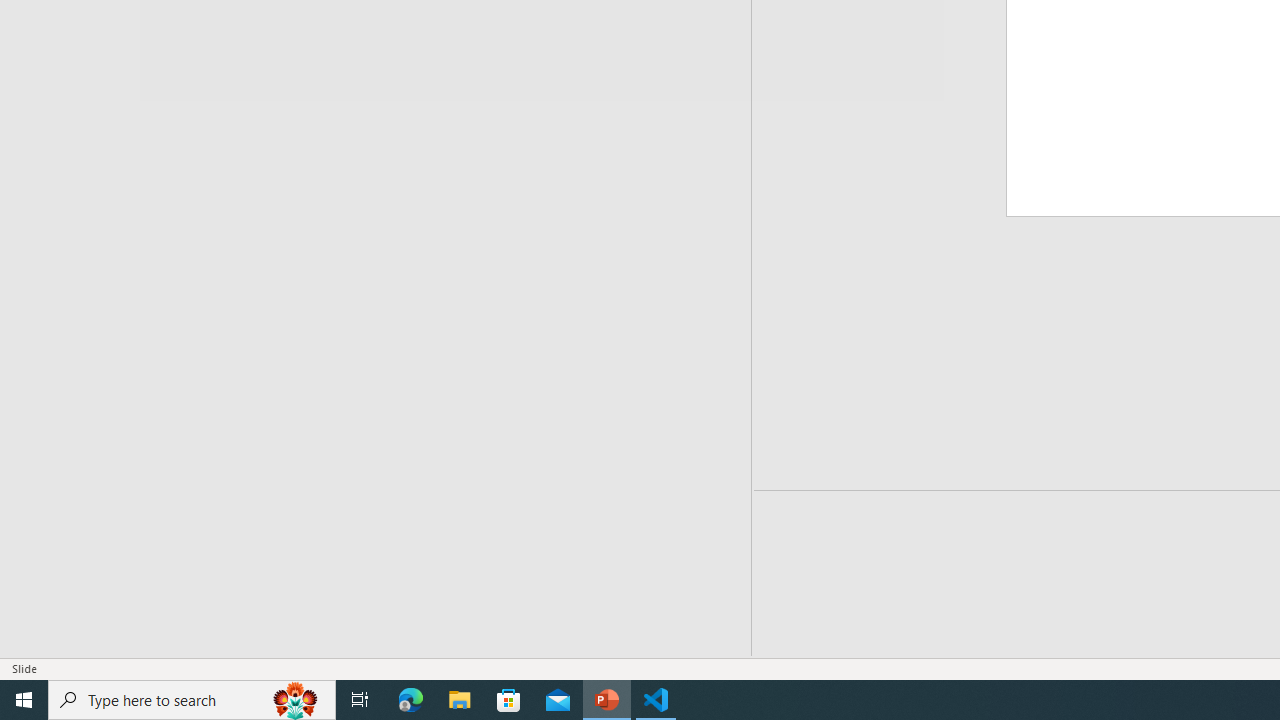 Image resolution: width=1280 pixels, height=720 pixels. I want to click on 'PowerPoint - 1 running window', so click(606, 698).